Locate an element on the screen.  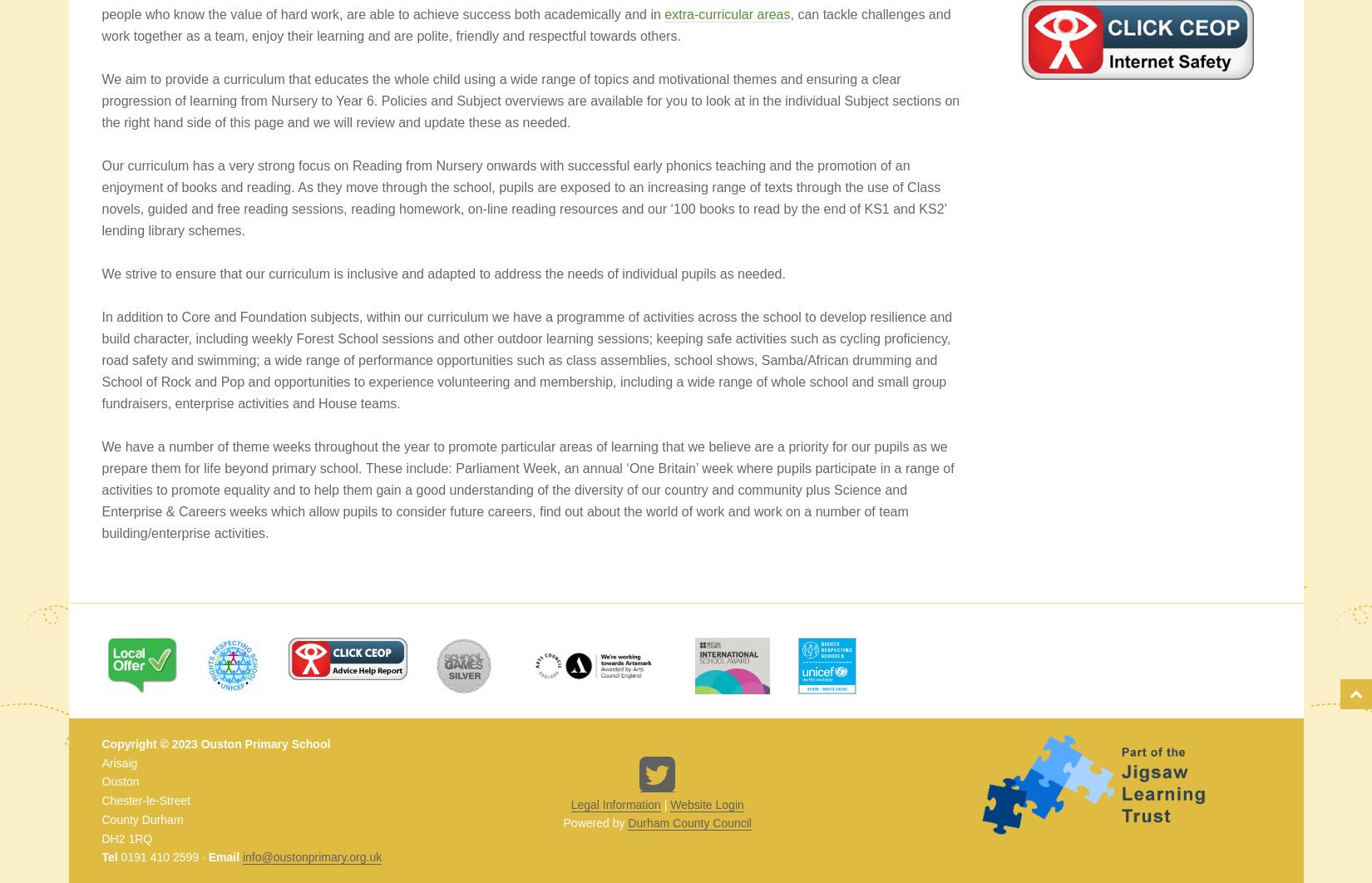
'0191 410 2599
 ·' is located at coordinates (162, 856).